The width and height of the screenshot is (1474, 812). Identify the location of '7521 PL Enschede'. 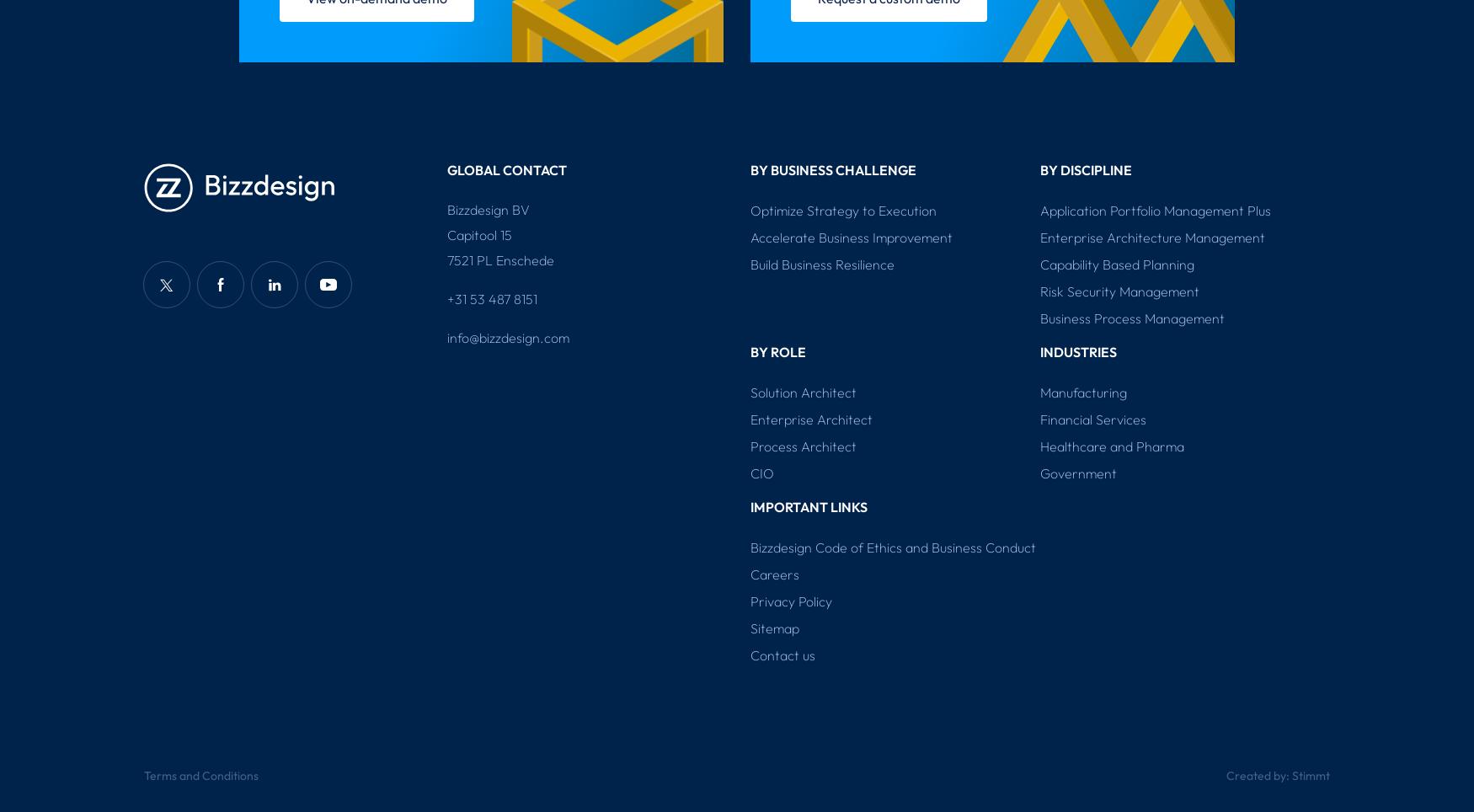
(446, 259).